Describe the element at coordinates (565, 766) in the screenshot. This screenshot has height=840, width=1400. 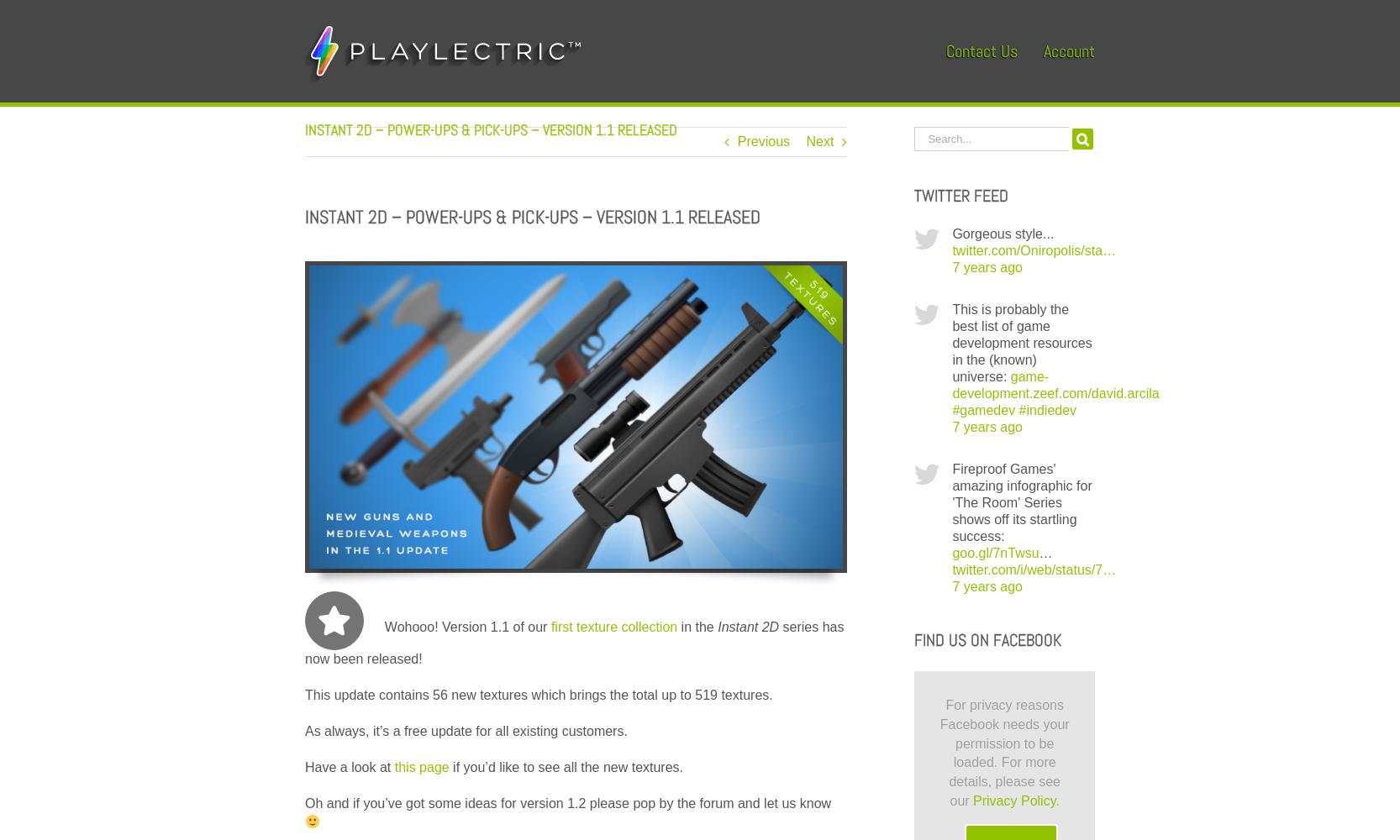
I see `'if you’d like to see all the new textures.'` at that location.